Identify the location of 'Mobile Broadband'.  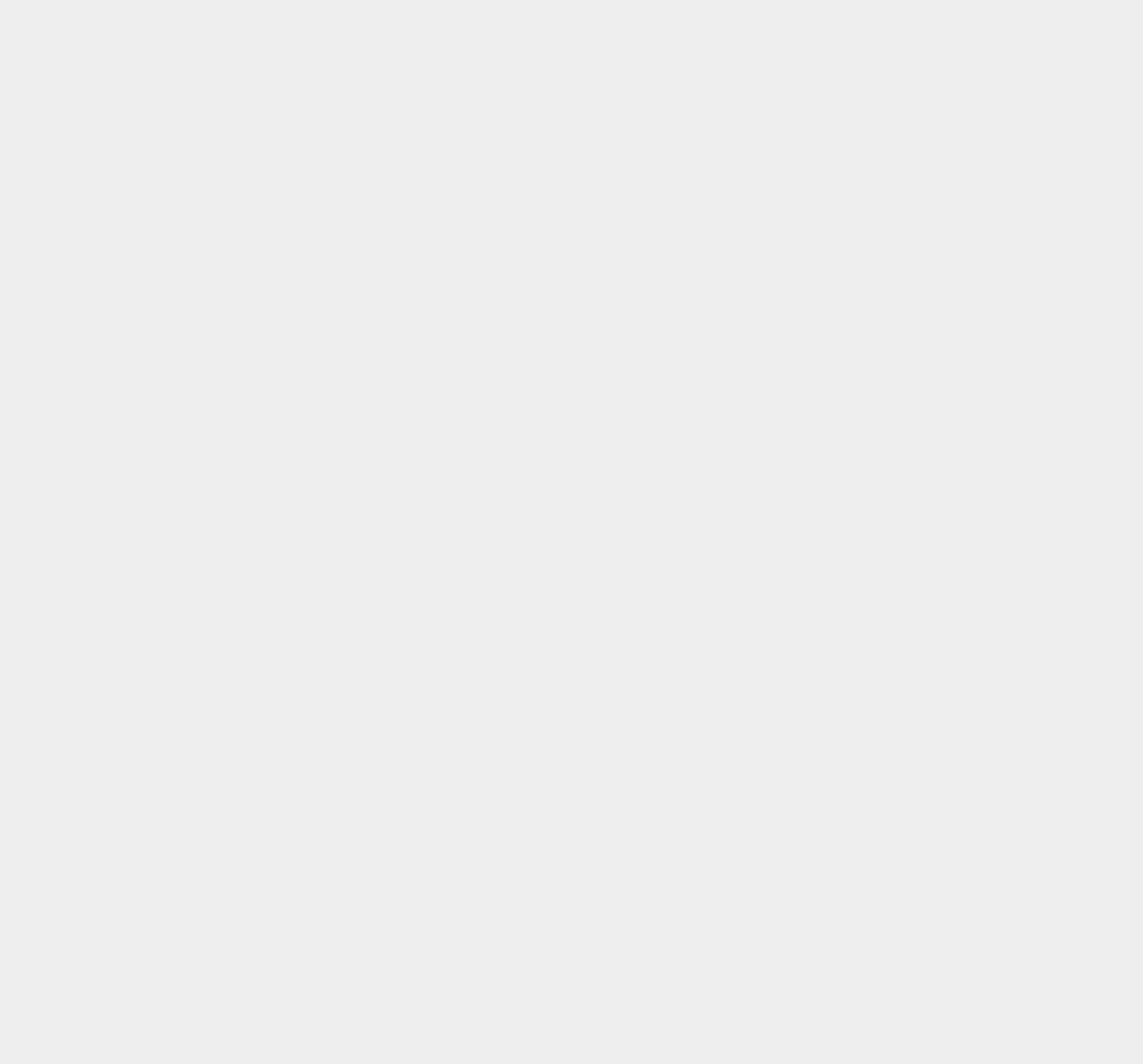
(864, 474).